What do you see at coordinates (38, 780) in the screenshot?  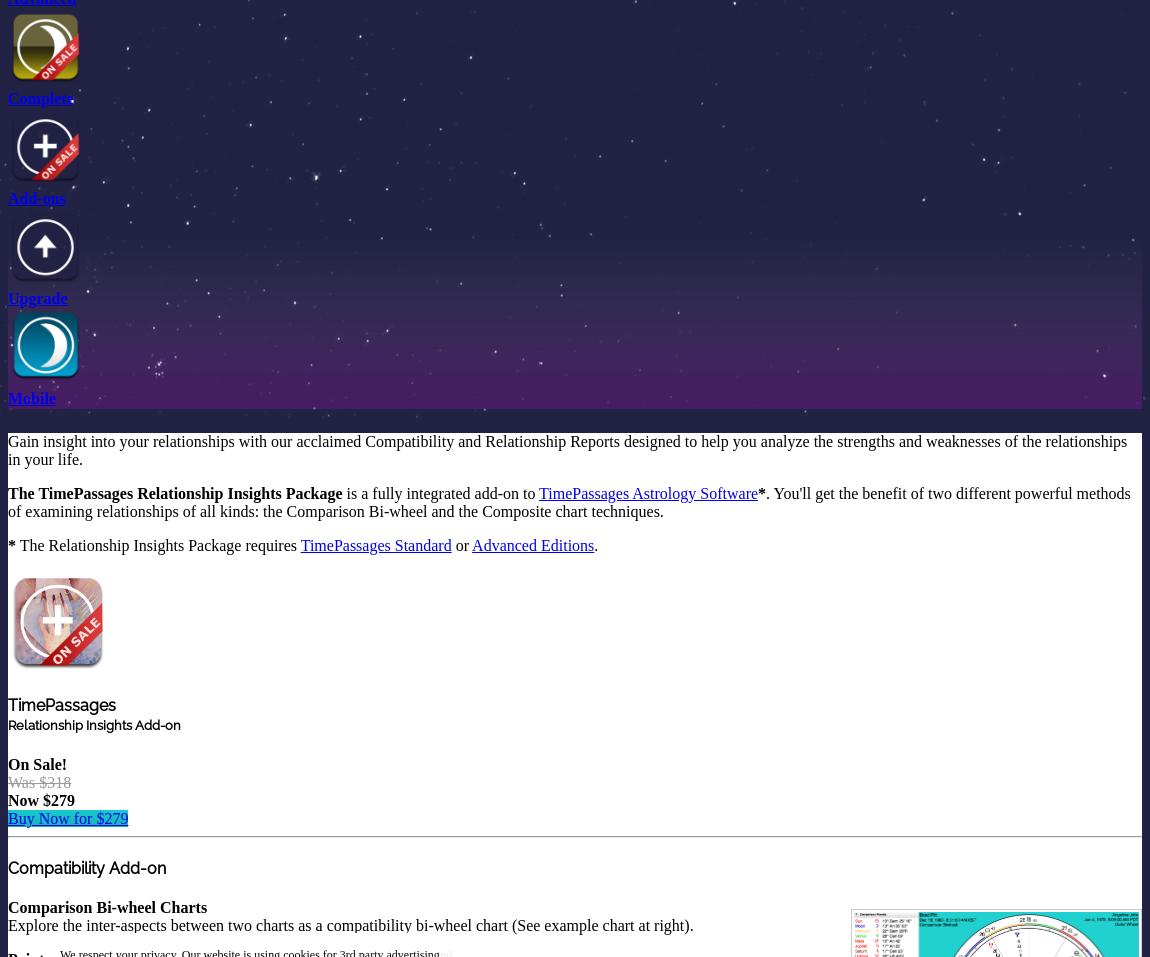 I see `'Was $318'` at bounding box center [38, 780].